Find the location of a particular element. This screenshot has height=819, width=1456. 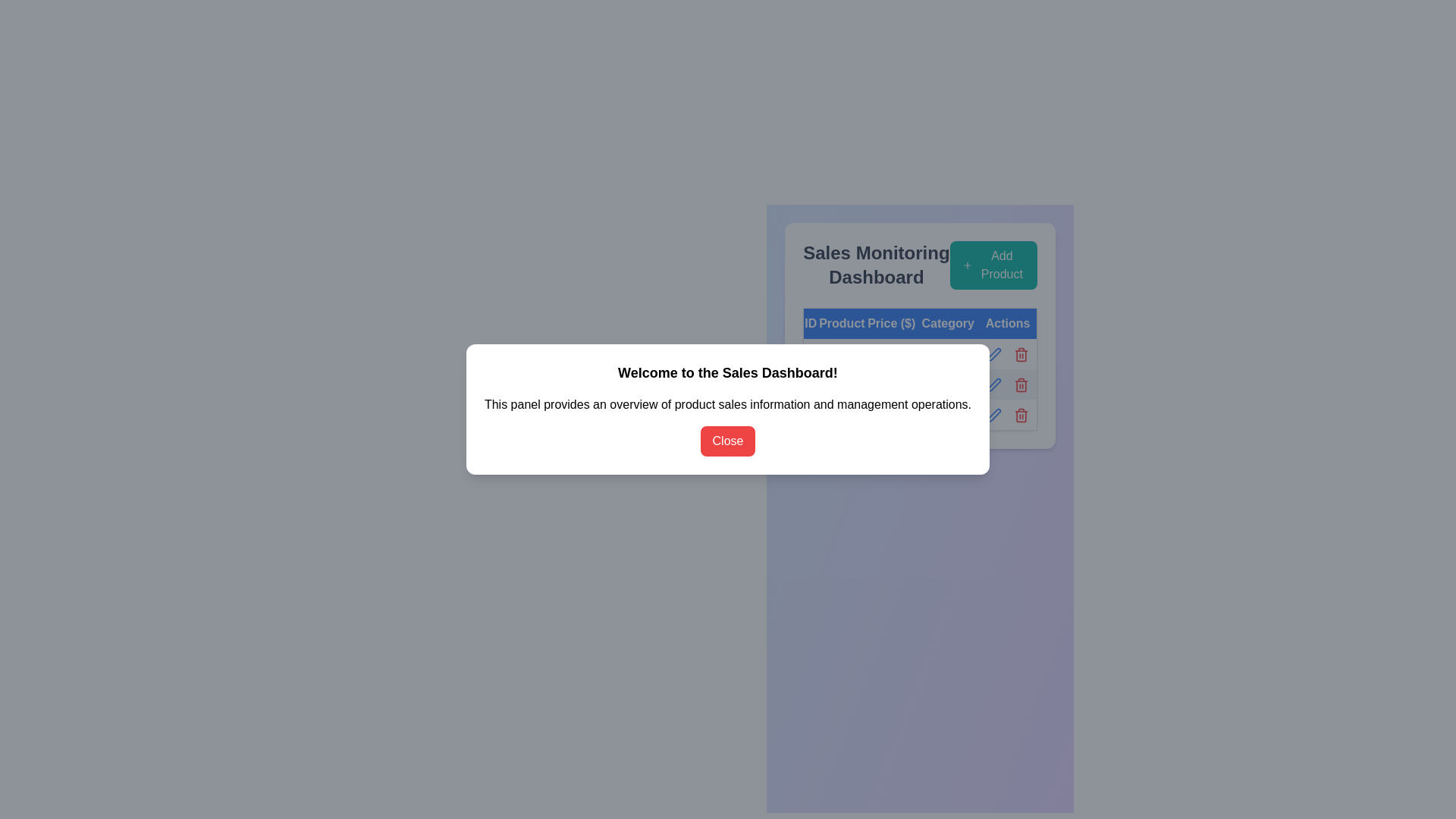

the deletion icon button located in the 'Actions' column of the table is located at coordinates (1021, 354).